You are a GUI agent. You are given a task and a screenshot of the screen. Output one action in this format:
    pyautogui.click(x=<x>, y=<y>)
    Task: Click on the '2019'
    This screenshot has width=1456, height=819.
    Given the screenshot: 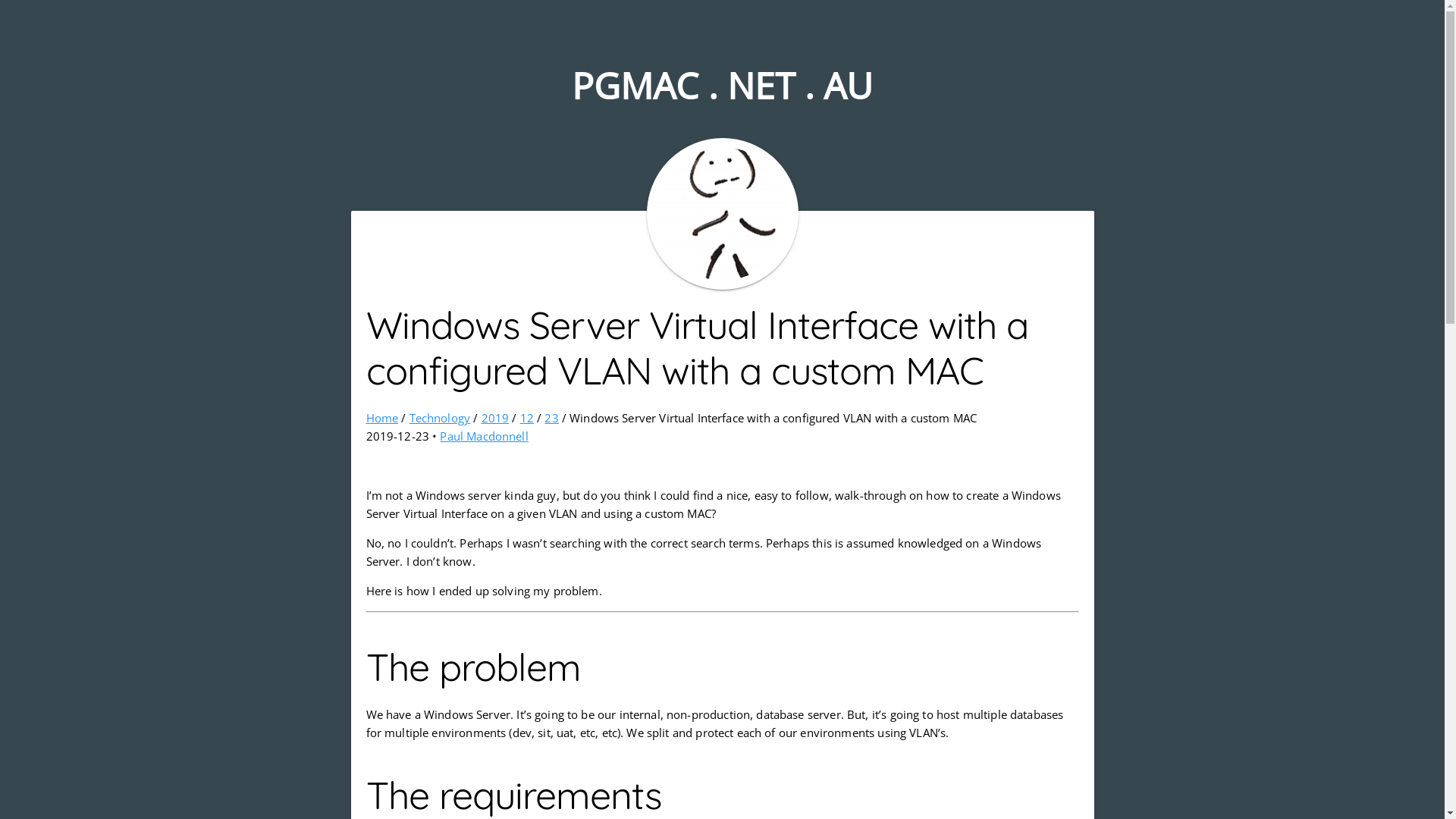 What is the action you would take?
    pyautogui.click(x=495, y=418)
    